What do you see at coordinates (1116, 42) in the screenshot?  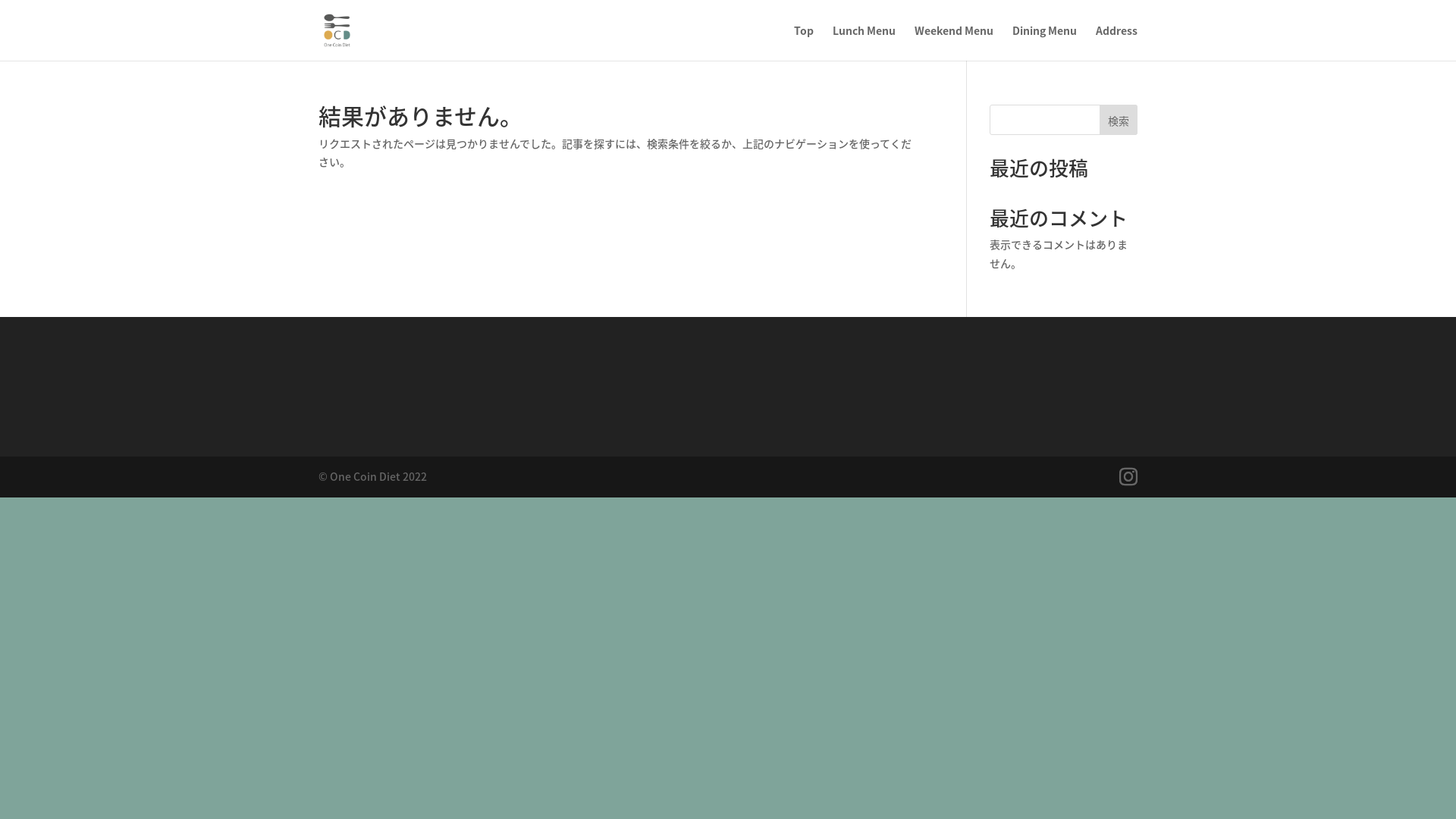 I see `'Address'` at bounding box center [1116, 42].